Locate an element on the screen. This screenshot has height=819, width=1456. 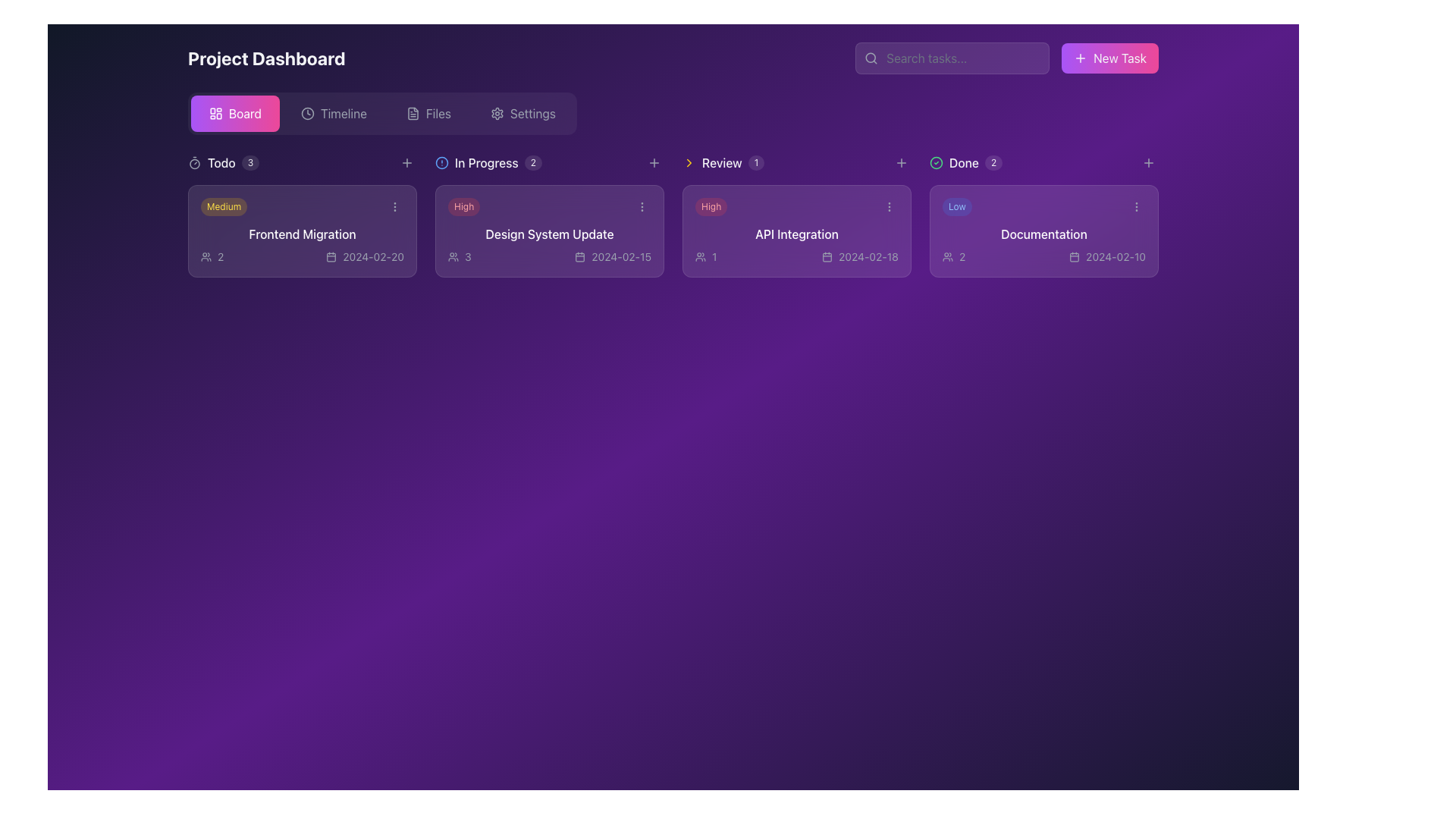
the Text Label displaying the count of users associated with the 'Design System Update' task located in the 'In Progress' section of the dashboard is located at coordinates (467, 256).